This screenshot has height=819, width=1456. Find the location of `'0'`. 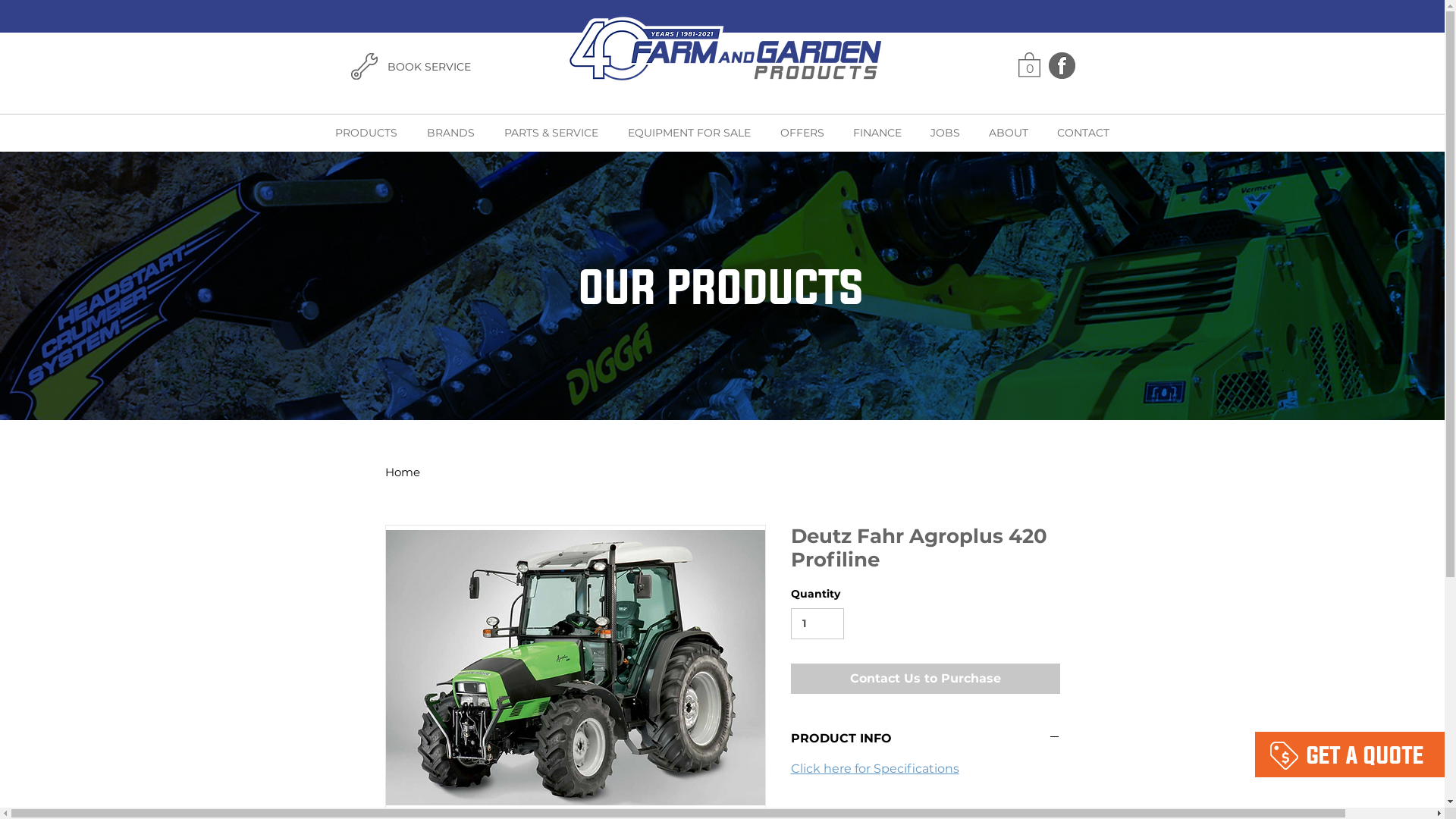

'0' is located at coordinates (1028, 63).